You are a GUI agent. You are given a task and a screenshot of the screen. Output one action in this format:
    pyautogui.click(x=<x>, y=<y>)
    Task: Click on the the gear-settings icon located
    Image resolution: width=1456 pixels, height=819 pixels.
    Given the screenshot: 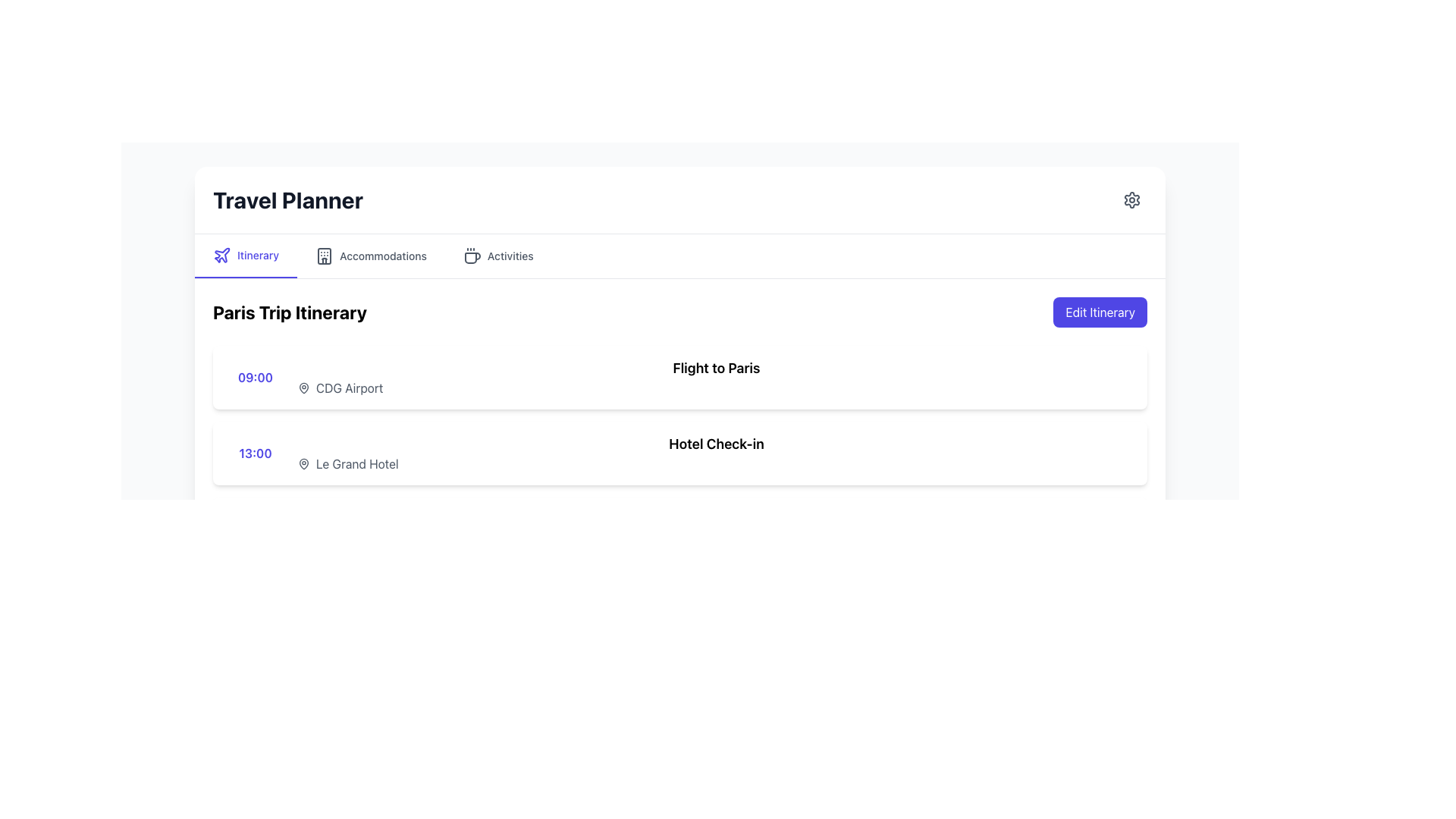 What is the action you would take?
    pyautogui.click(x=1131, y=199)
    